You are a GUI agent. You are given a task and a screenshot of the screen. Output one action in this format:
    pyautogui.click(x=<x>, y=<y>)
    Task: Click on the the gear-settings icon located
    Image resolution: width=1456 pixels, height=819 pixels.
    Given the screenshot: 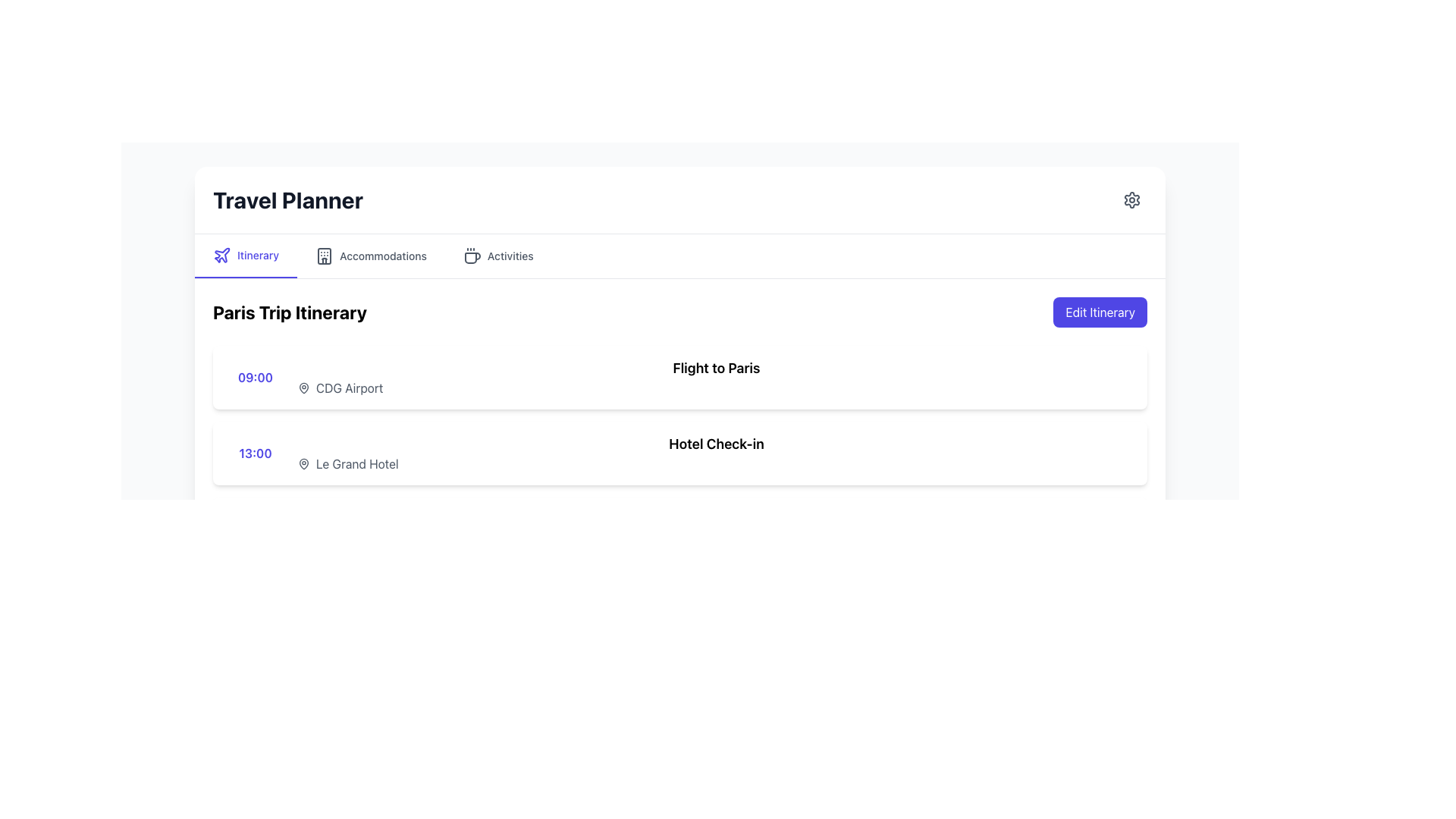 What is the action you would take?
    pyautogui.click(x=1131, y=199)
    